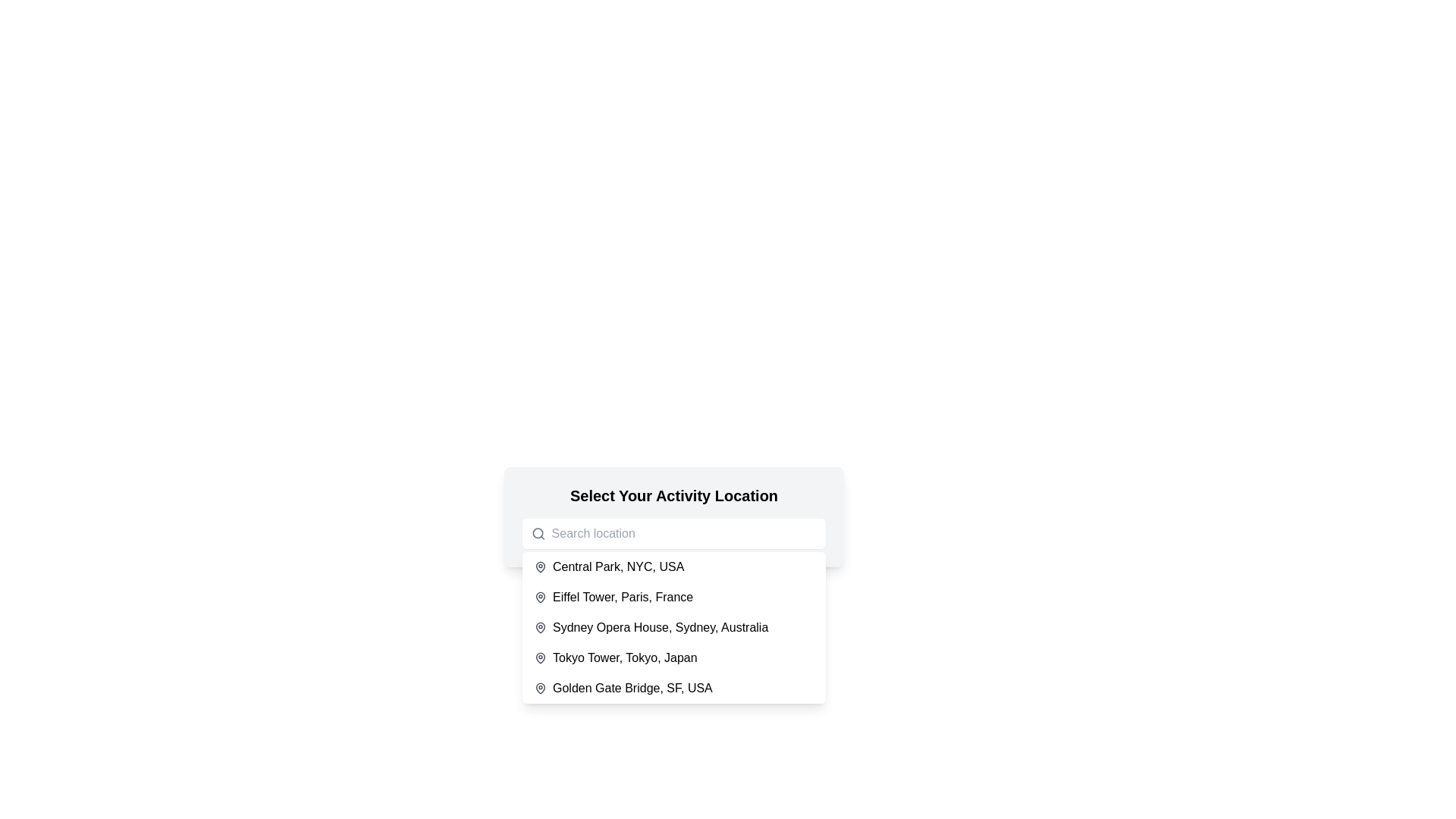 The image size is (1456, 819). What do you see at coordinates (623, 596) in the screenshot?
I see `the list item containing the text 'Eiffel Tower, Paris, France'` at bounding box center [623, 596].